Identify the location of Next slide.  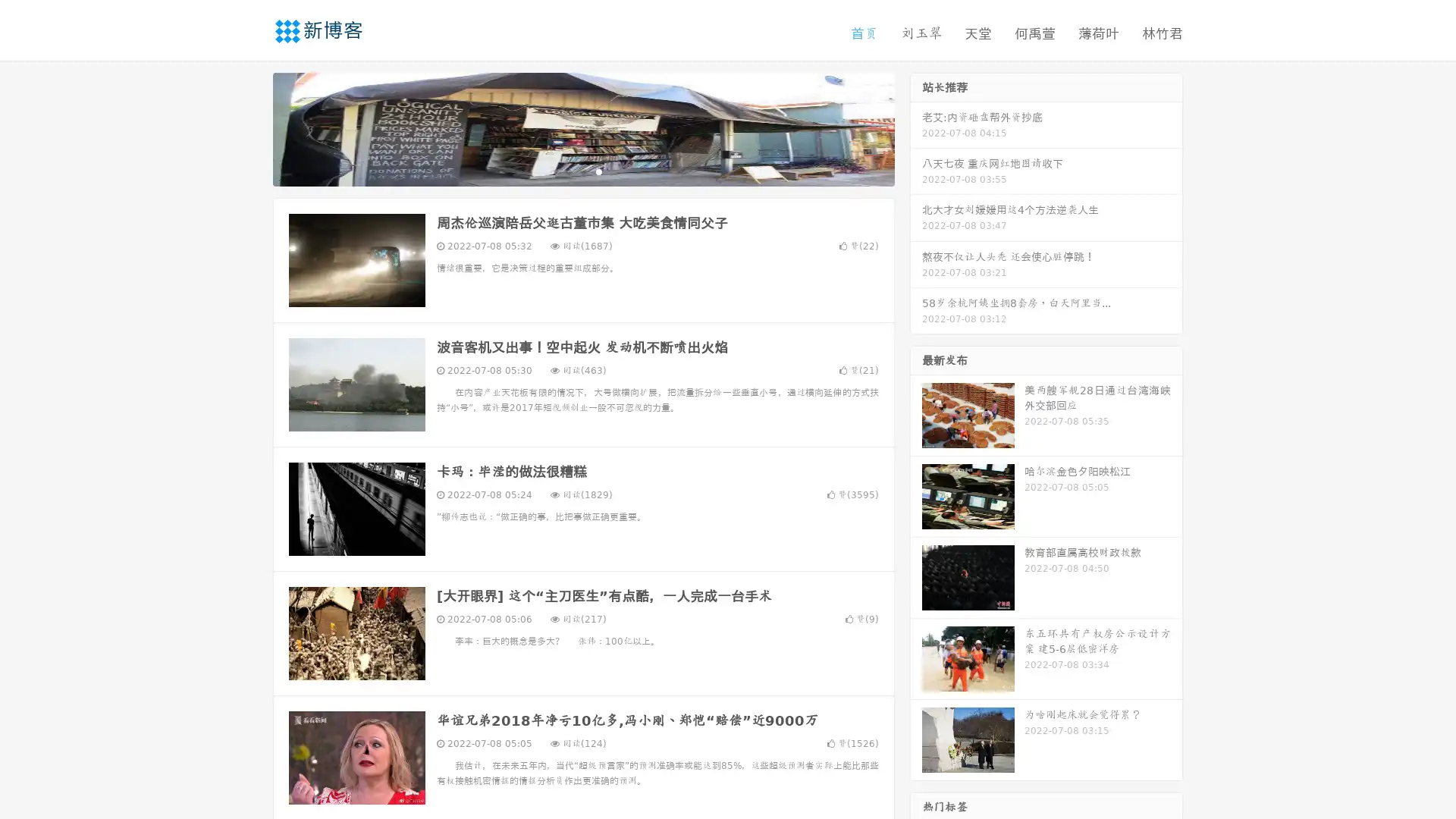
(916, 127).